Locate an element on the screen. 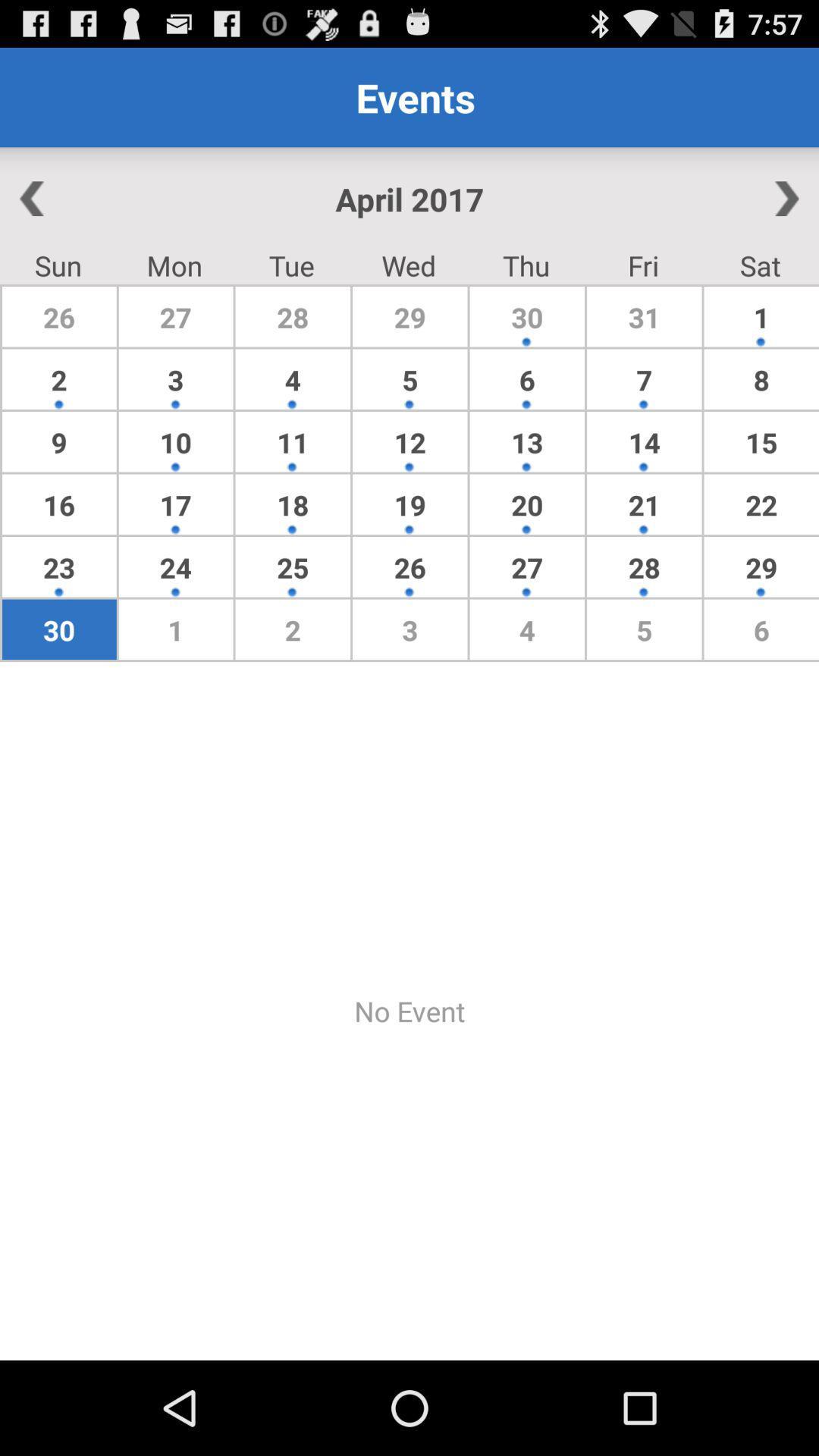 This screenshot has height=1456, width=819. icon to the left of 18 is located at coordinates (175, 566).